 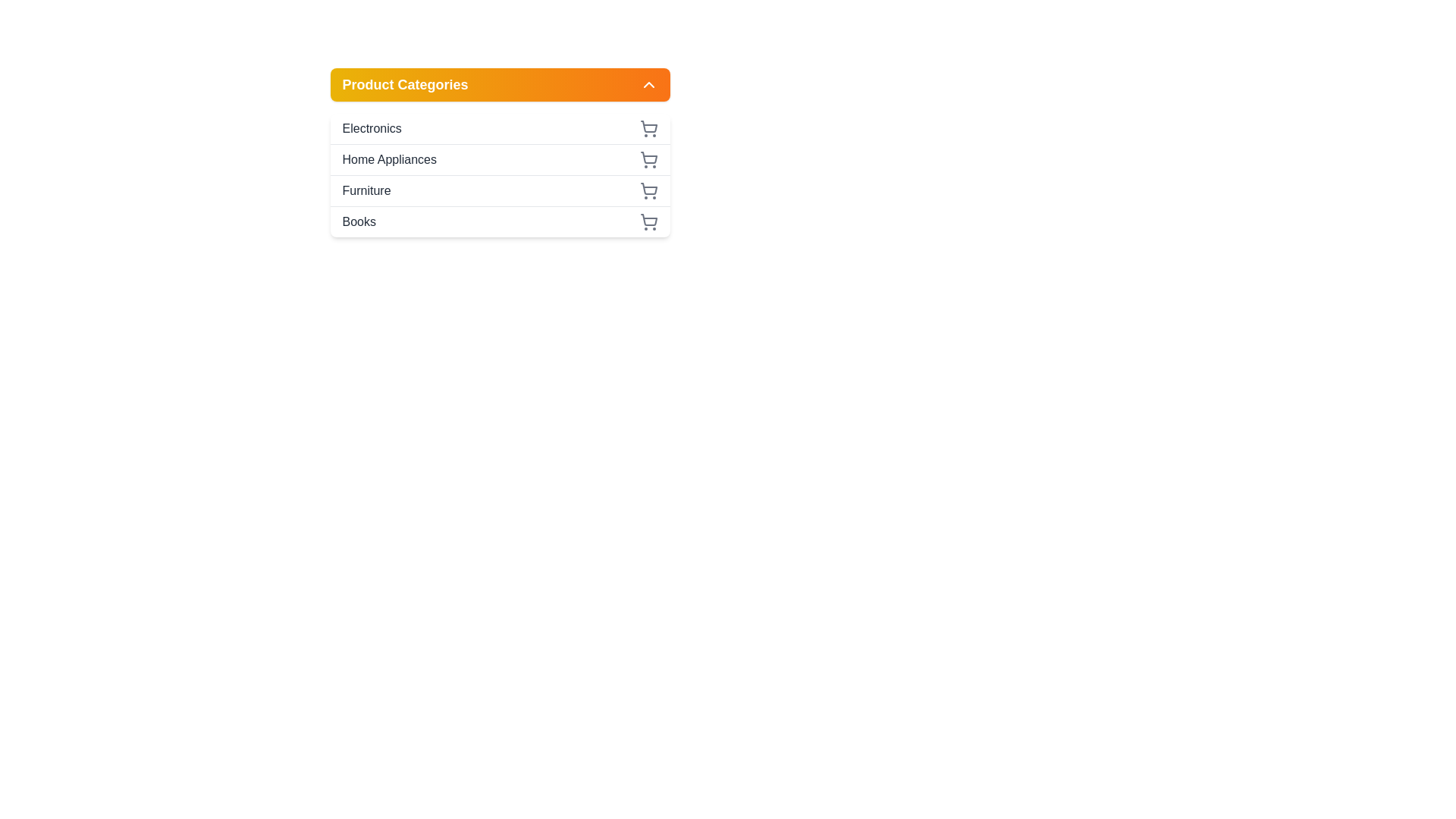 I want to click on the graphical representation of the shopping cart icon, which is the third icon in the list, located in the Furniture category row and designed with minimalistic thin lines in gray, so click(x=648, y=188).